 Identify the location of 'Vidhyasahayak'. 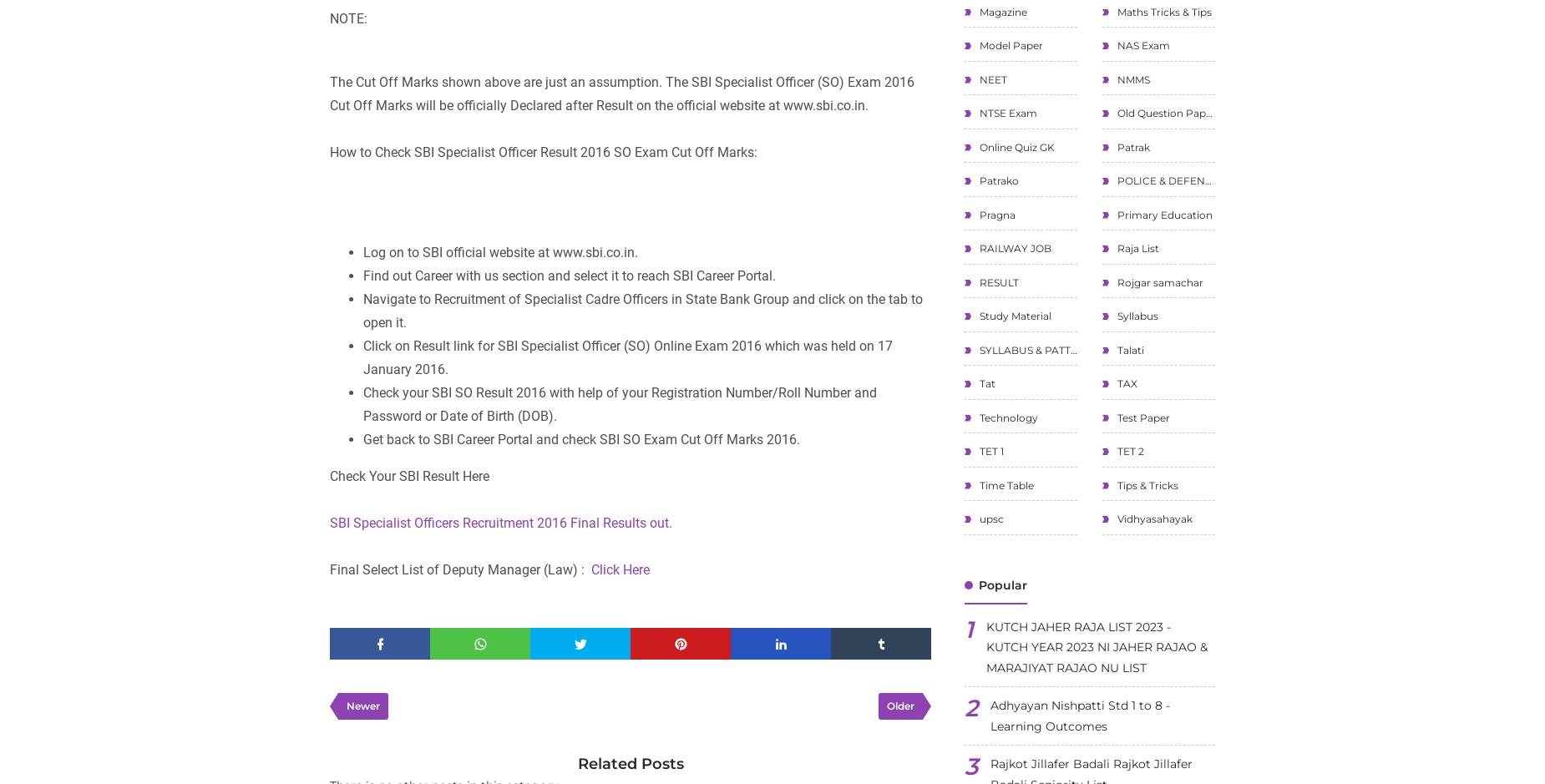
(1152, 518).